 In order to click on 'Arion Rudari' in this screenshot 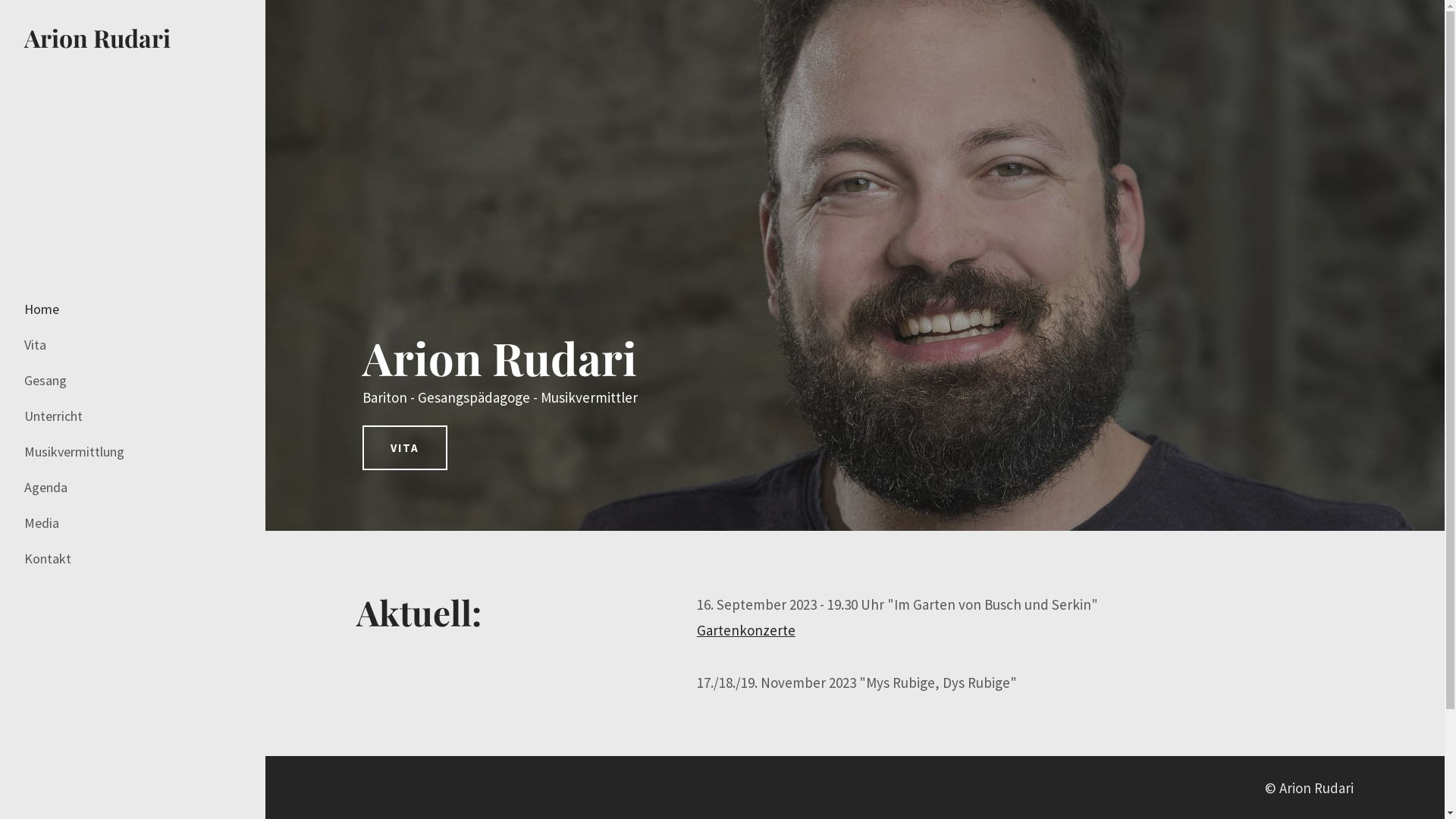, I will do `click(96, 36)`.